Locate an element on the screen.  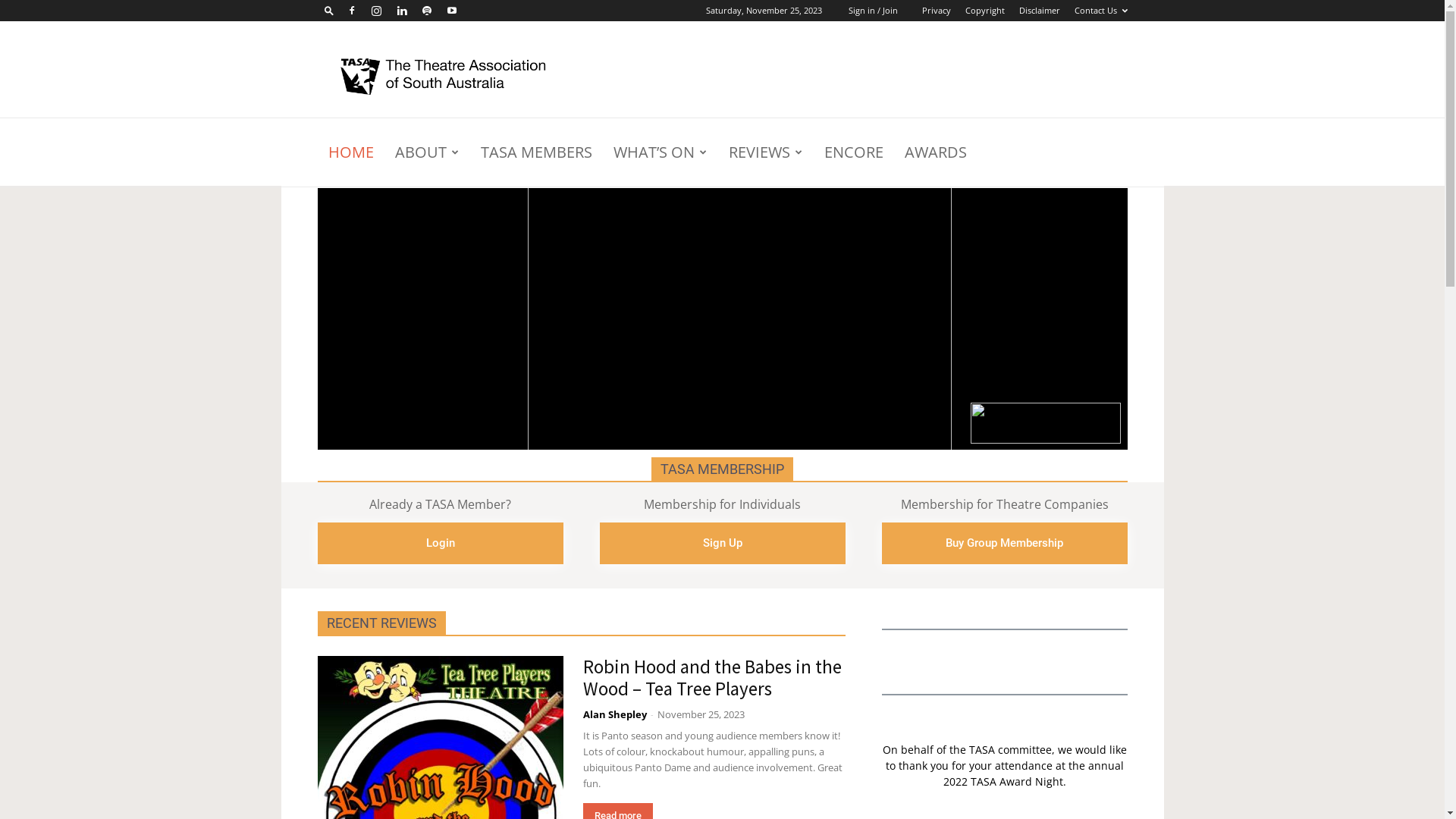
'Sign Up' is located at coordinates (598, 542).